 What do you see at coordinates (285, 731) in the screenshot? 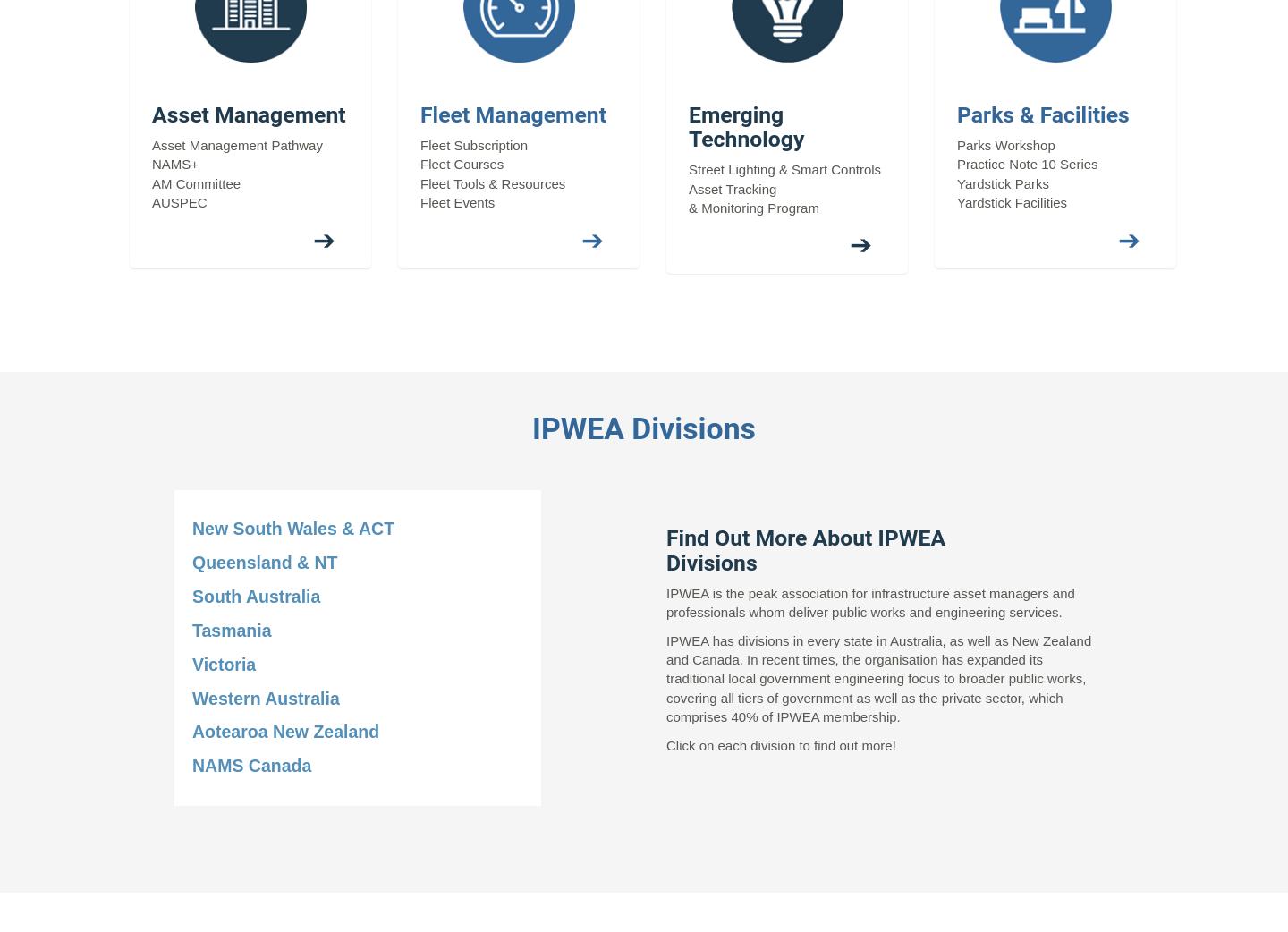
I see `'Aotearoa New Zealand'` at bounding box center [285, 731].